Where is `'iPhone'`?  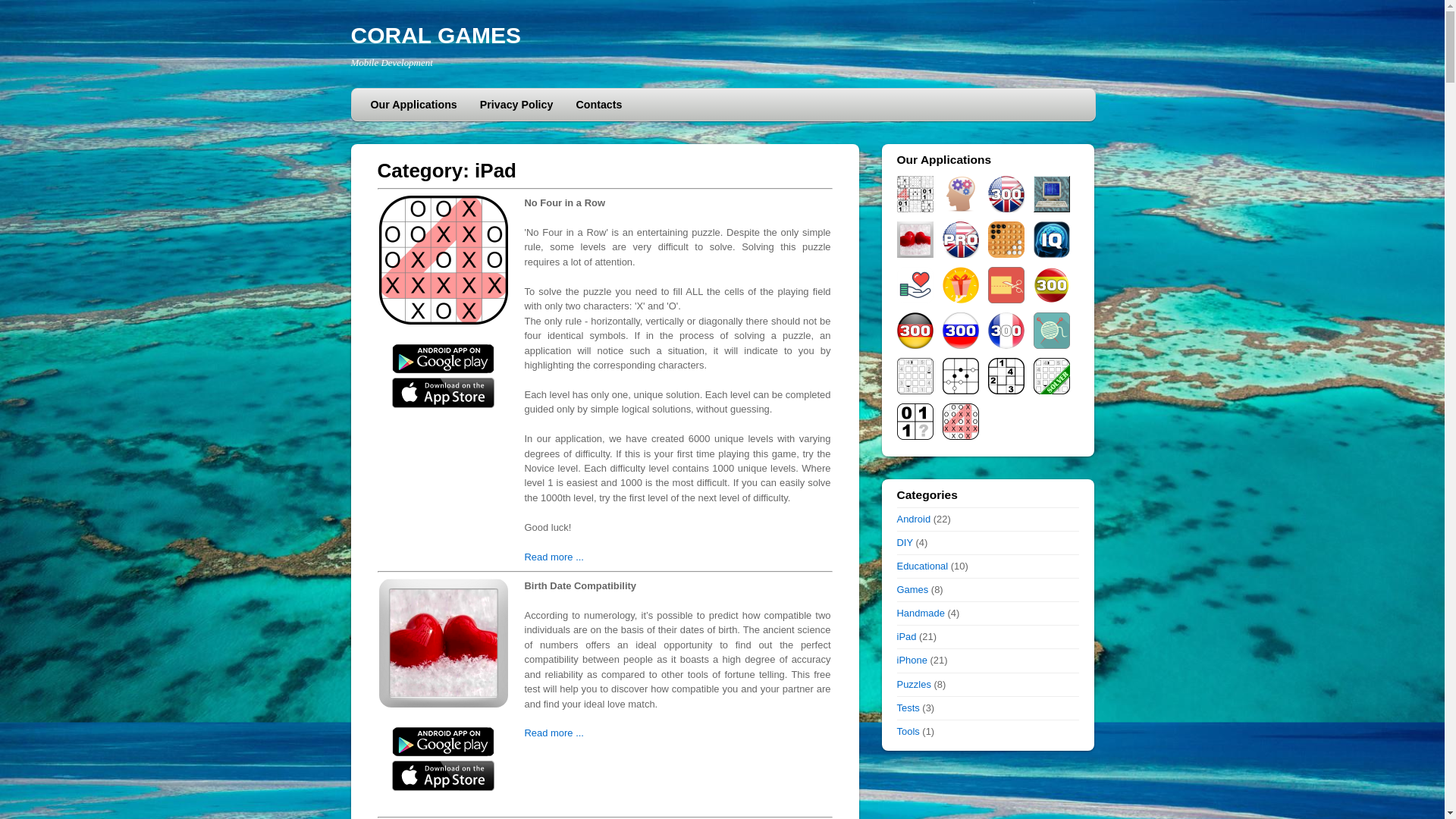
'iPhone' is located at coordinates (910, 659).